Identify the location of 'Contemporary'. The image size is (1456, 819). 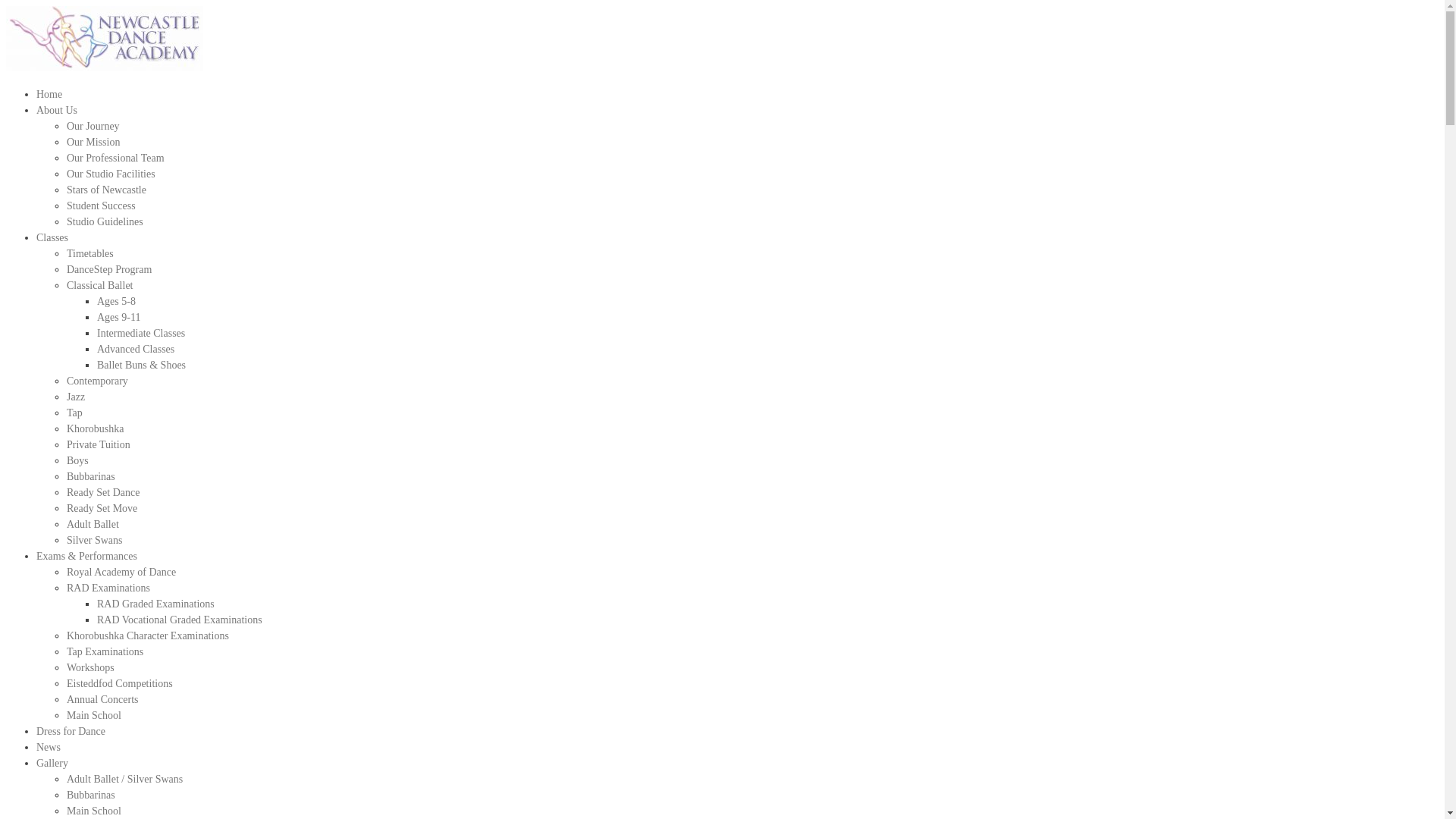
(96, 380).